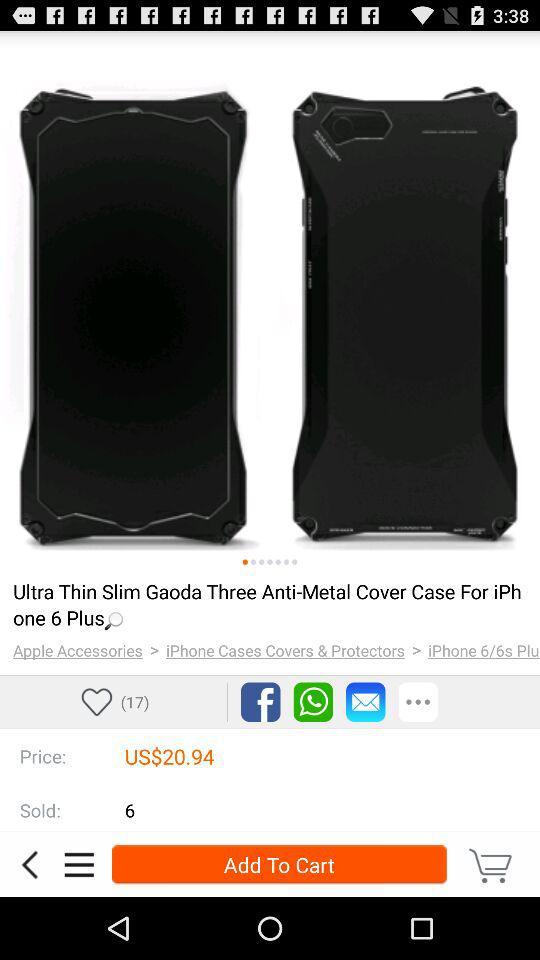 This screenshot has height=960, width=540. I want to click on item above the > icon, so click(267, 603).